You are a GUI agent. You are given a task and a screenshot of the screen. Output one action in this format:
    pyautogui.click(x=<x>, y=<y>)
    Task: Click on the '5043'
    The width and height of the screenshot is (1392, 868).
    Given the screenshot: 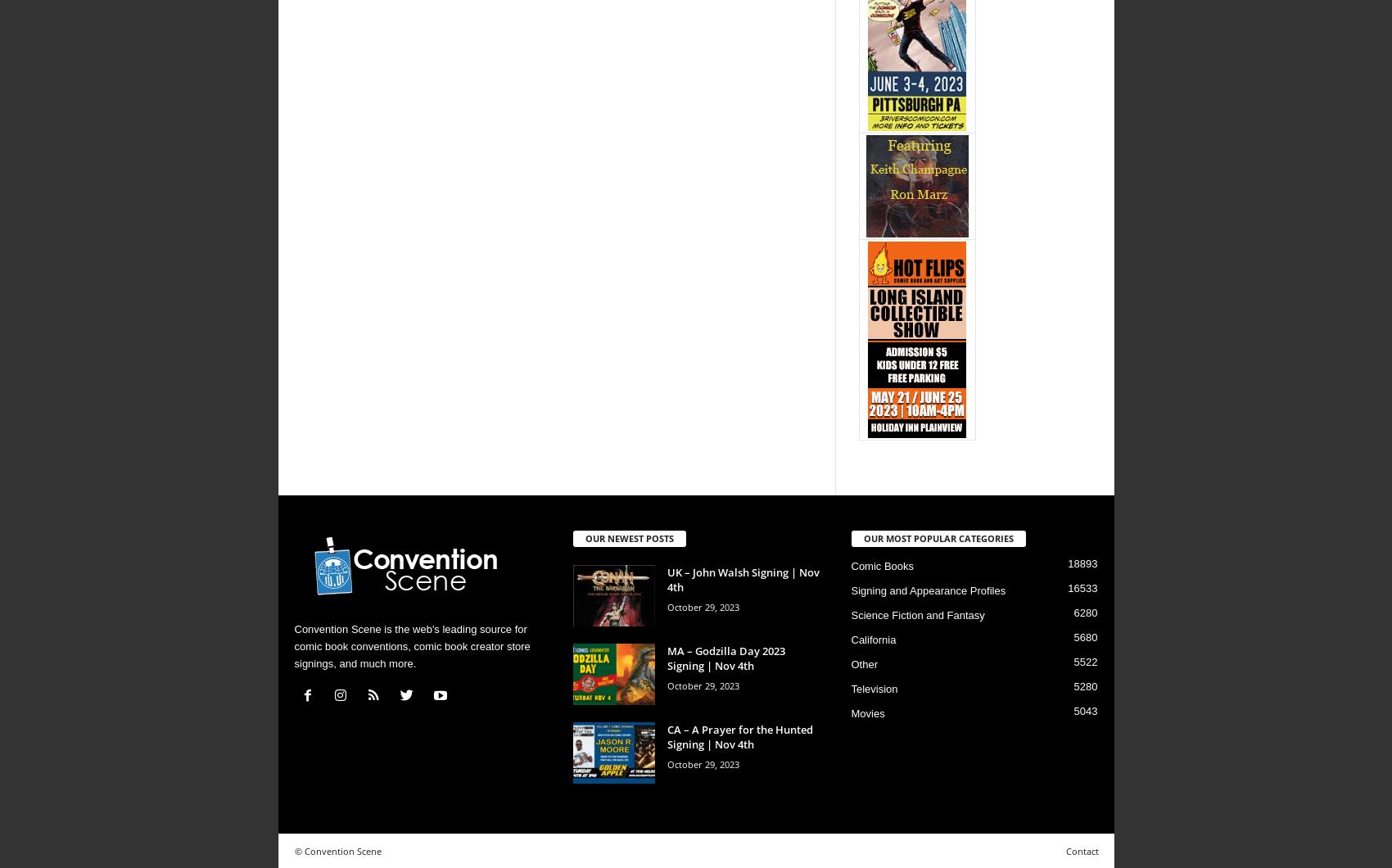 What is the action you would take?
    pyautogui.click(x=1085, y=710)
    